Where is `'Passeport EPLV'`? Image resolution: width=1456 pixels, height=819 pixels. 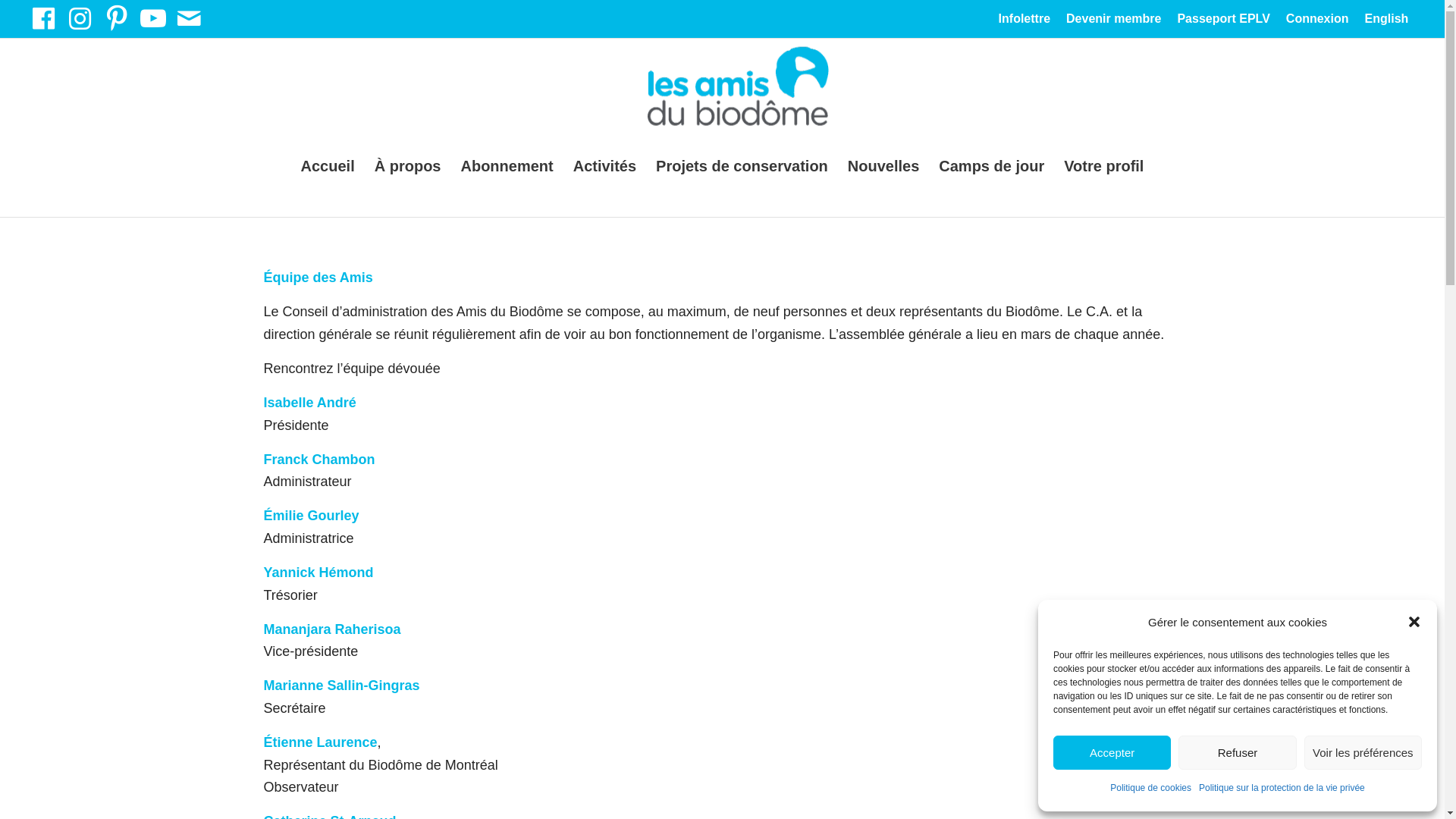
'Passeport EPLV' is located at coordinates (1175, 20).